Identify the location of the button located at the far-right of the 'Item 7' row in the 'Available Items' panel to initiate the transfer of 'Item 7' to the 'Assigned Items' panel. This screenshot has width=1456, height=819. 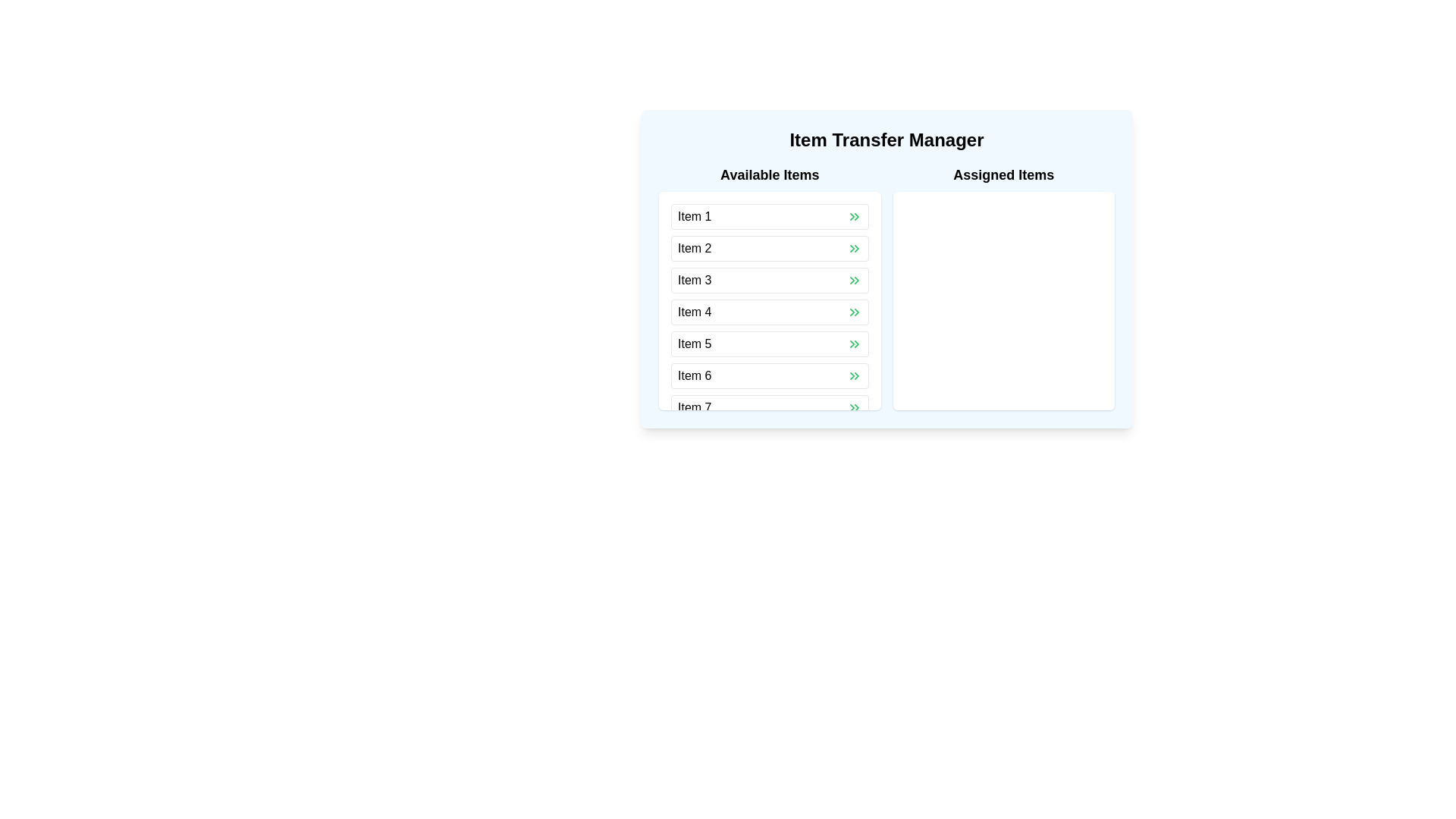
(854, 406).